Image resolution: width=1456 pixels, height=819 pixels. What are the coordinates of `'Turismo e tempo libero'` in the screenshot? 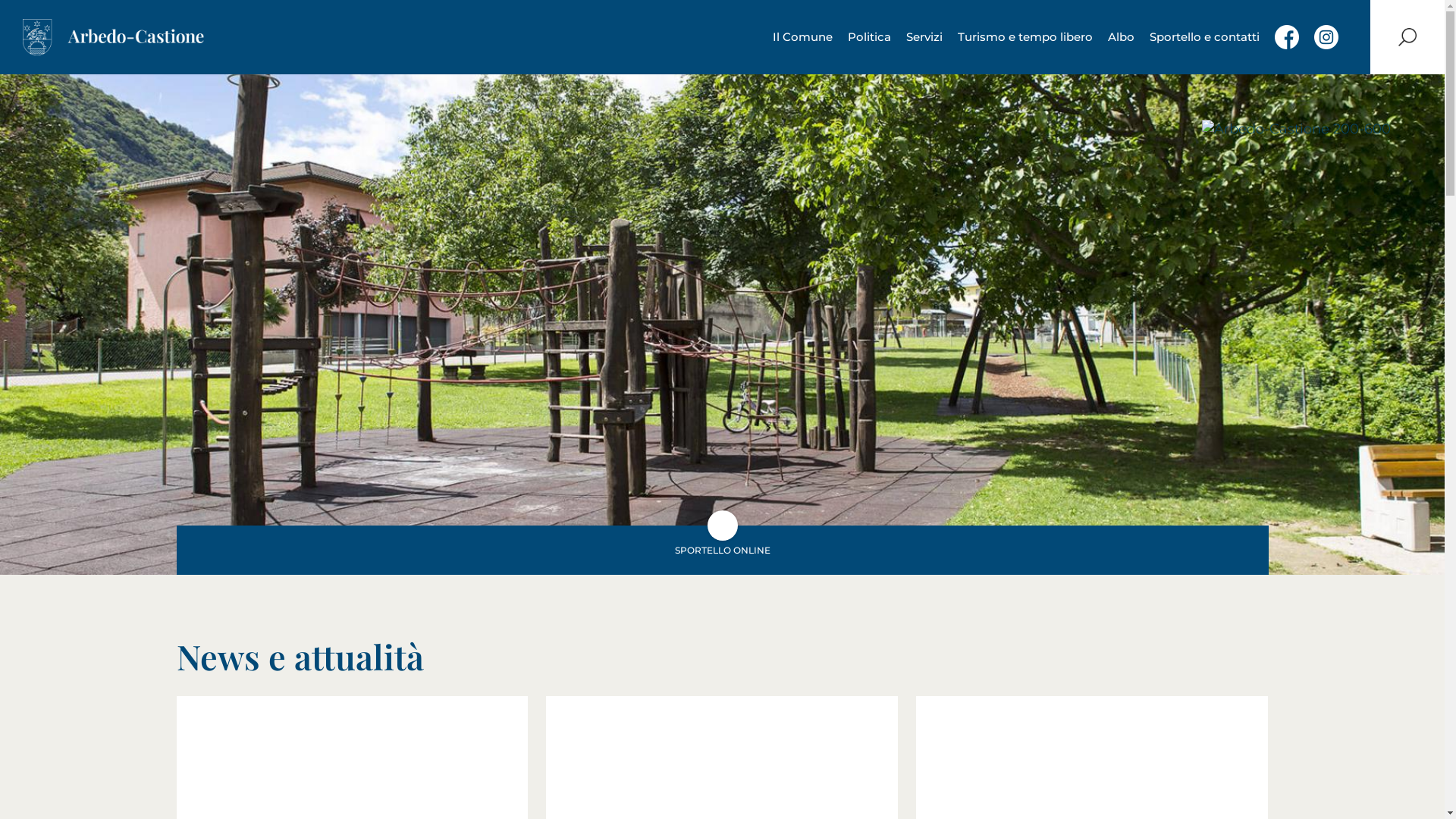 It's located at (1025, 36).